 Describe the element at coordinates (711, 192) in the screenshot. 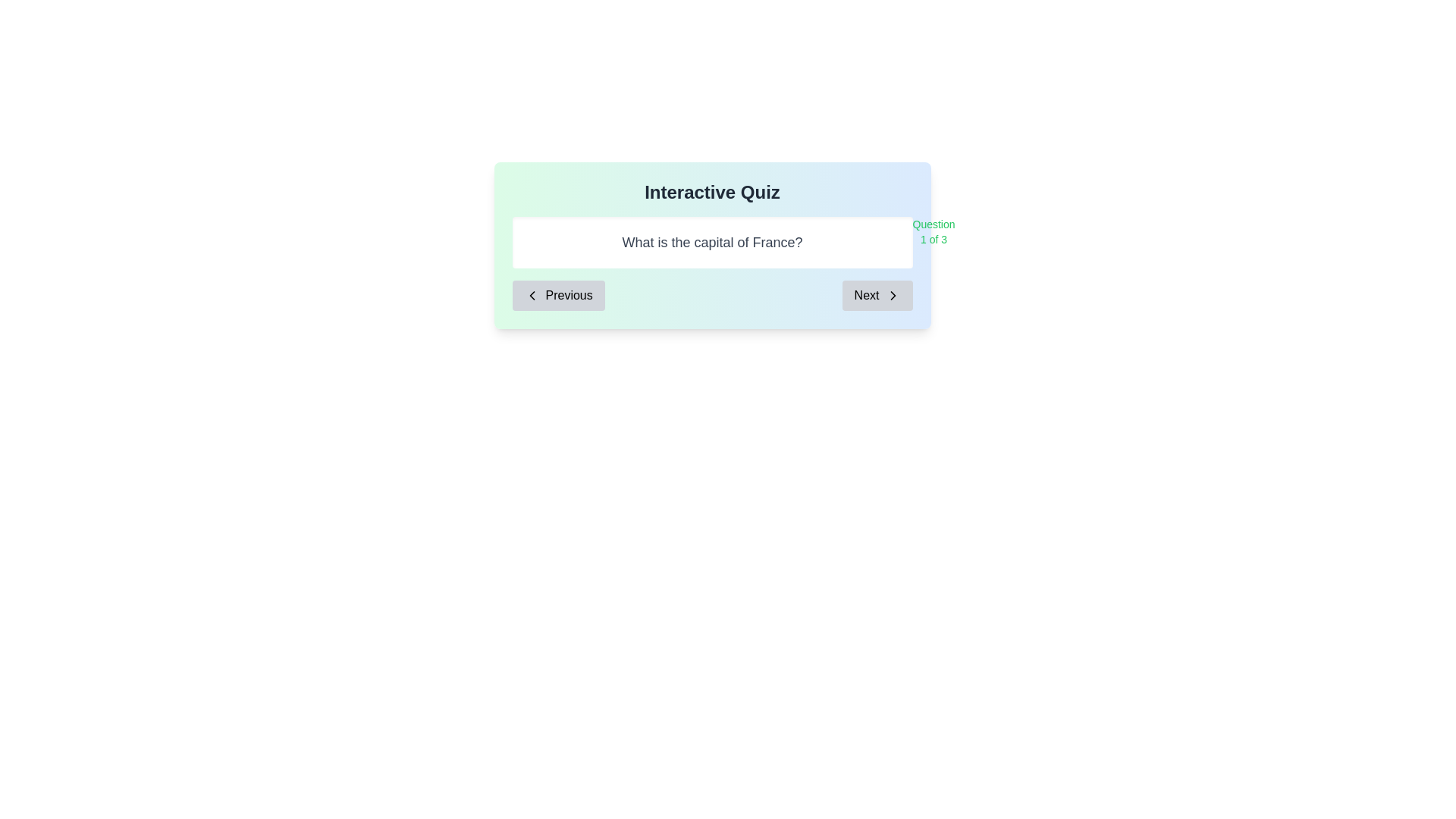

I see `the static text header that serves as a title for the content within the card, positioned above the question box` at that location.